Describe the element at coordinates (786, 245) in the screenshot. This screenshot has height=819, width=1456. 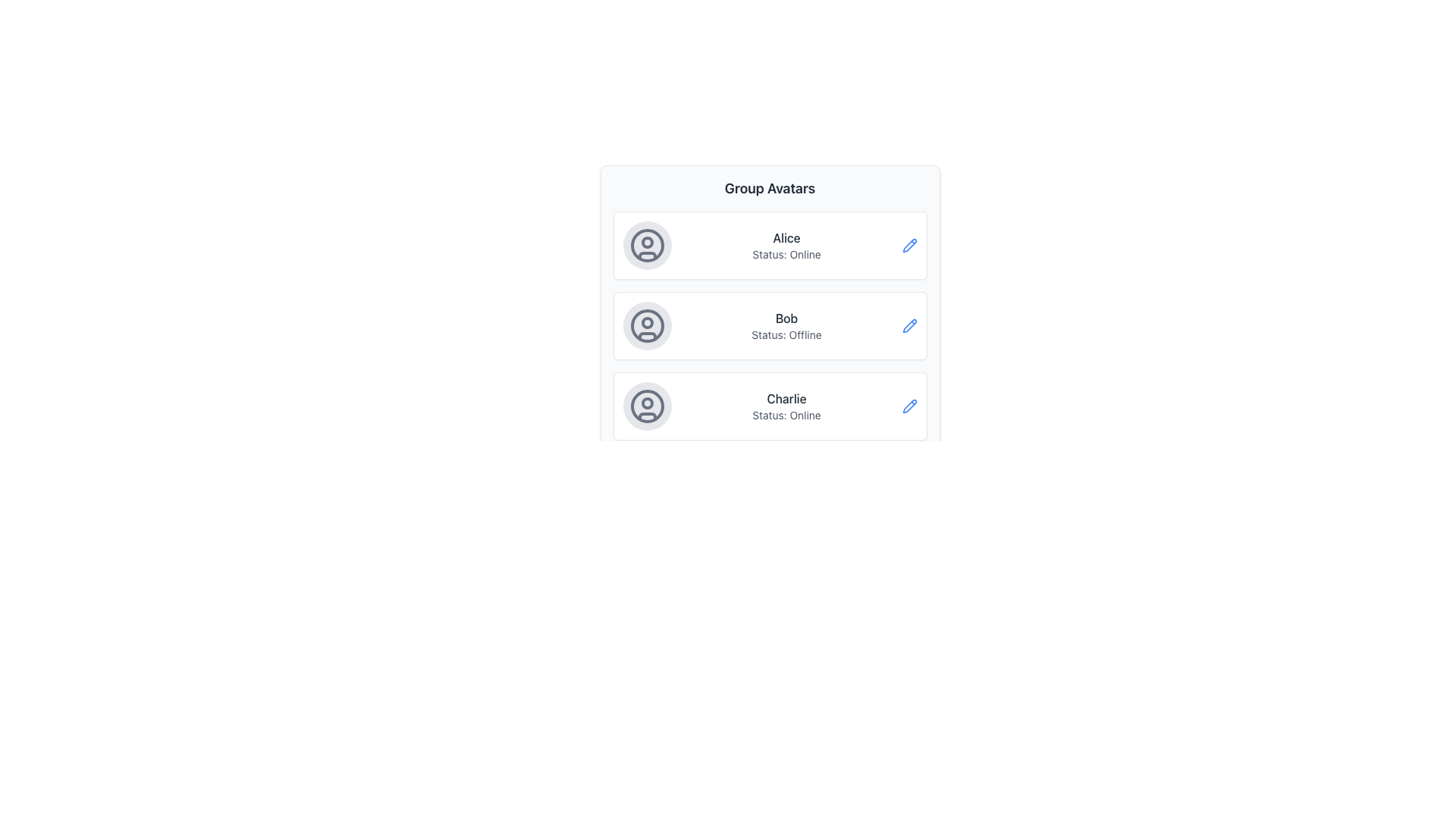
I see `the text display element that shows the user named 'Alice' with the status 'Online', located in the first section of the vertically stacked list, adjacent to the avatar and pencil icon` at that location.